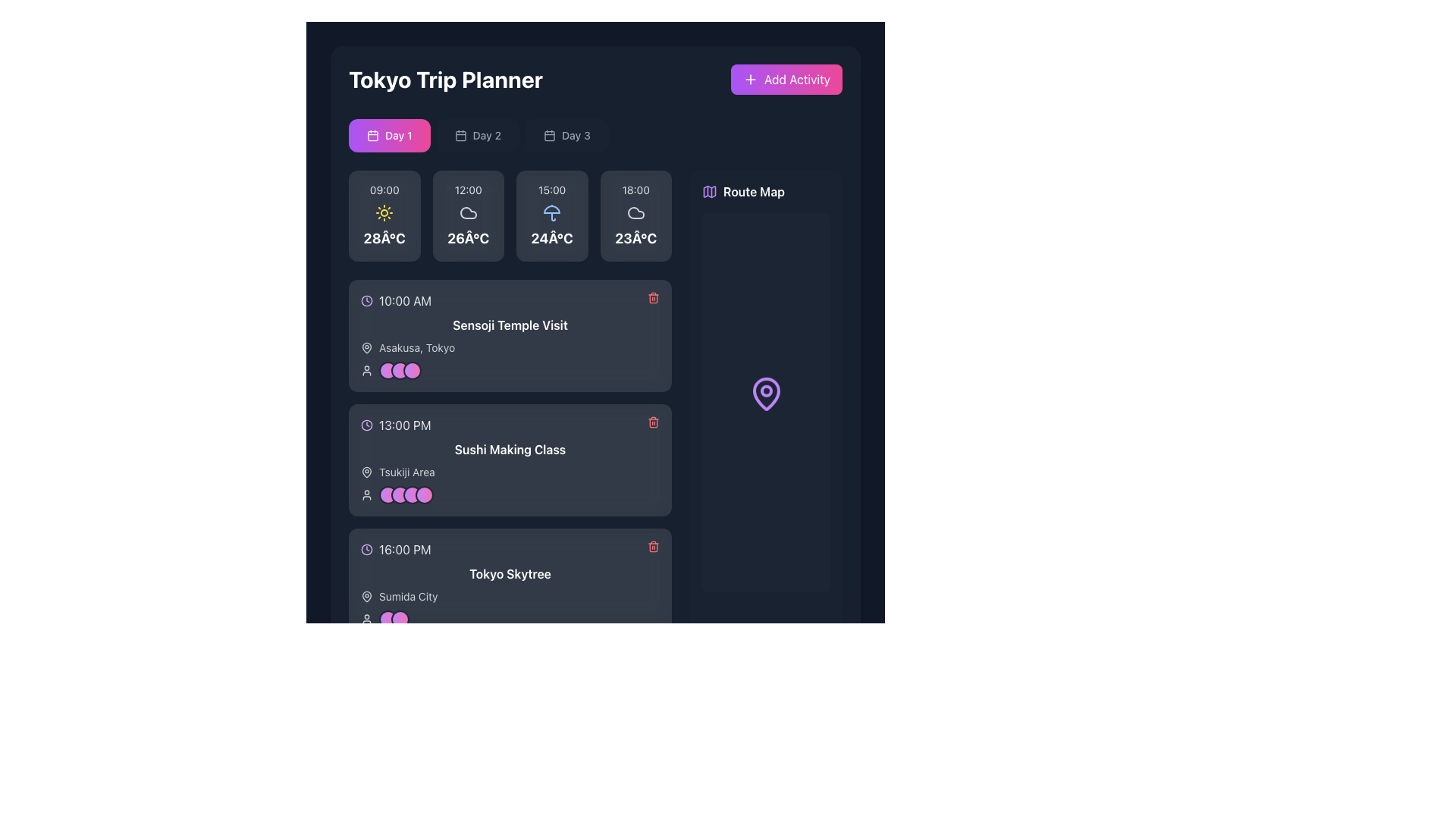  What do you see at coordinates (766, 191) in the screenshot?
I see `details of the 'Route Map' label with a purple map icon located in the top-right section of the interface` at bounding box center [766, 191].